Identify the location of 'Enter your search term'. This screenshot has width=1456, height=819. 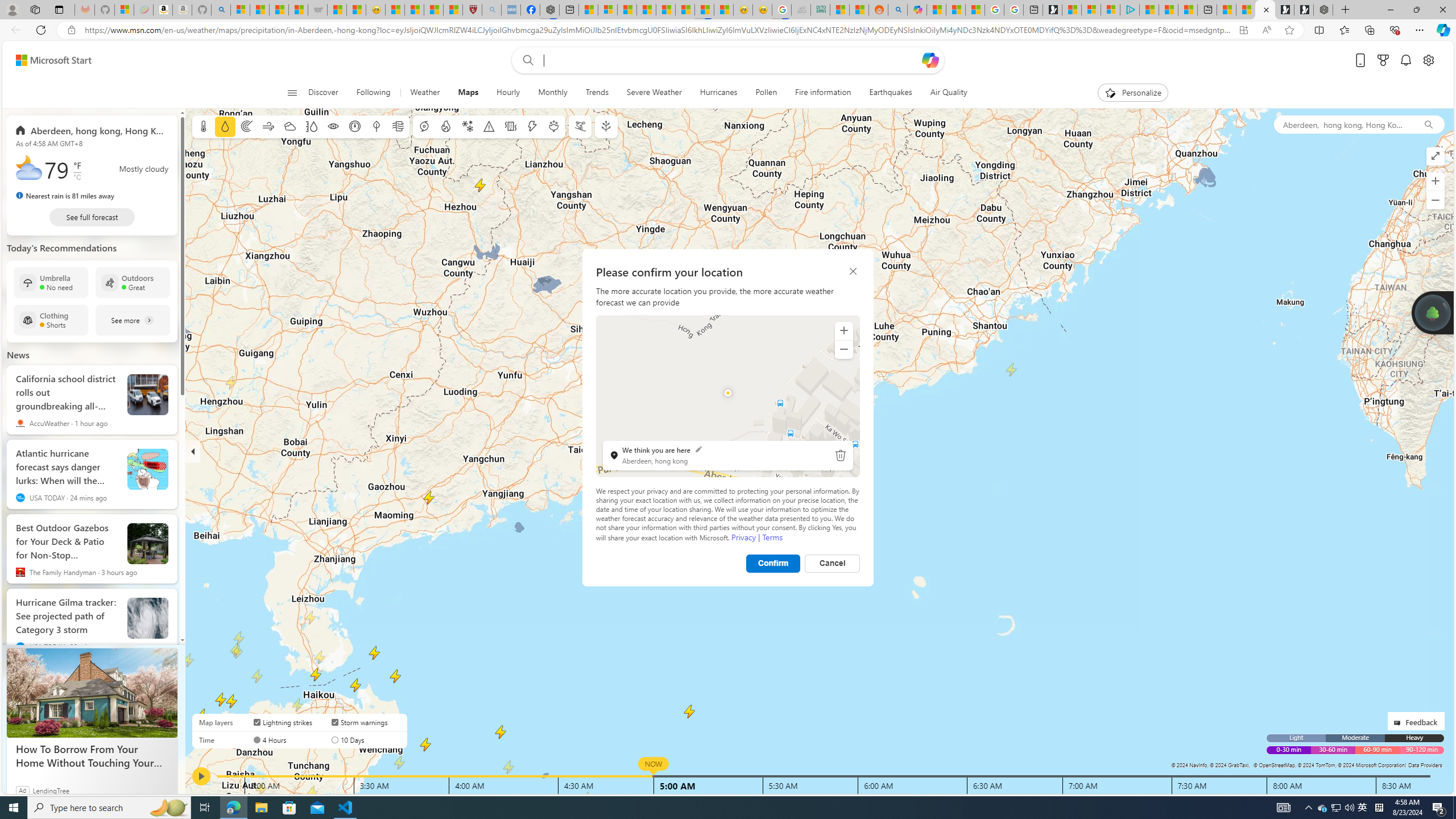
(730, 59).